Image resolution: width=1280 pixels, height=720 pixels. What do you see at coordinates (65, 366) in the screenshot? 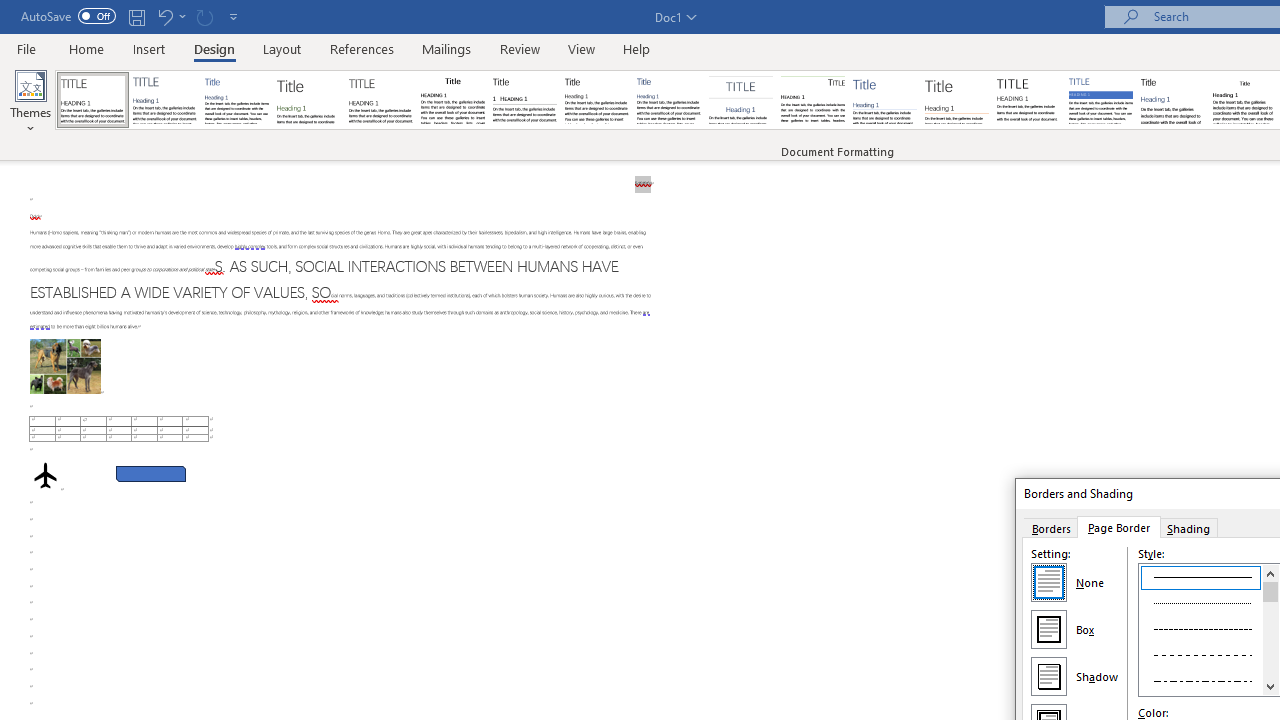
I see `'Morphological variation in six dogs'` at bounding box center [65, 366].